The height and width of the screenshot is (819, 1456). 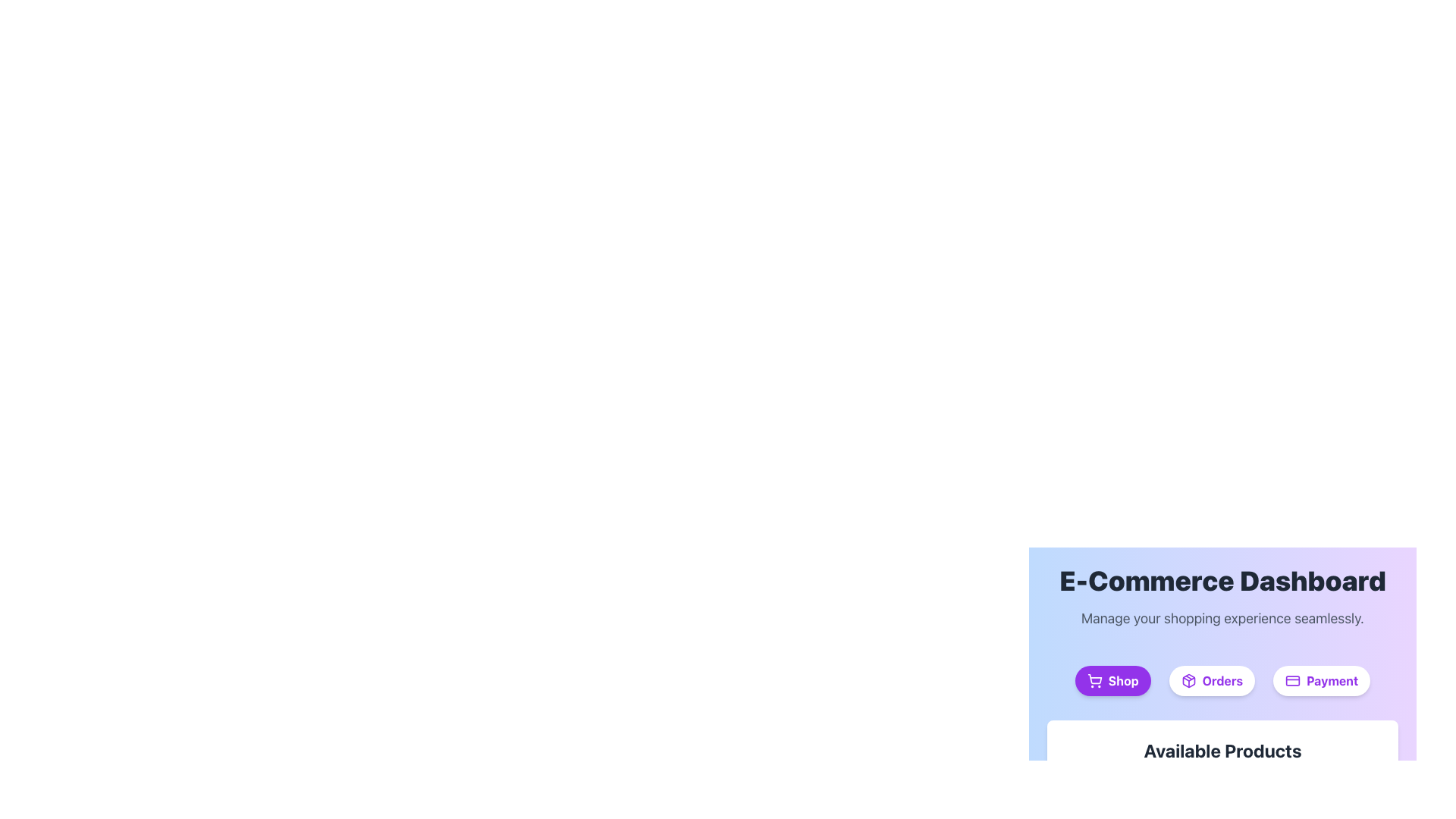 What do you see at coordinates (1188, 680) in the screenshot?
I see `the Decorative icon resembling a cube or package, which is part of the button labeled 'Orders' located in the center section of the interface` at bounding box center [1188, 680].